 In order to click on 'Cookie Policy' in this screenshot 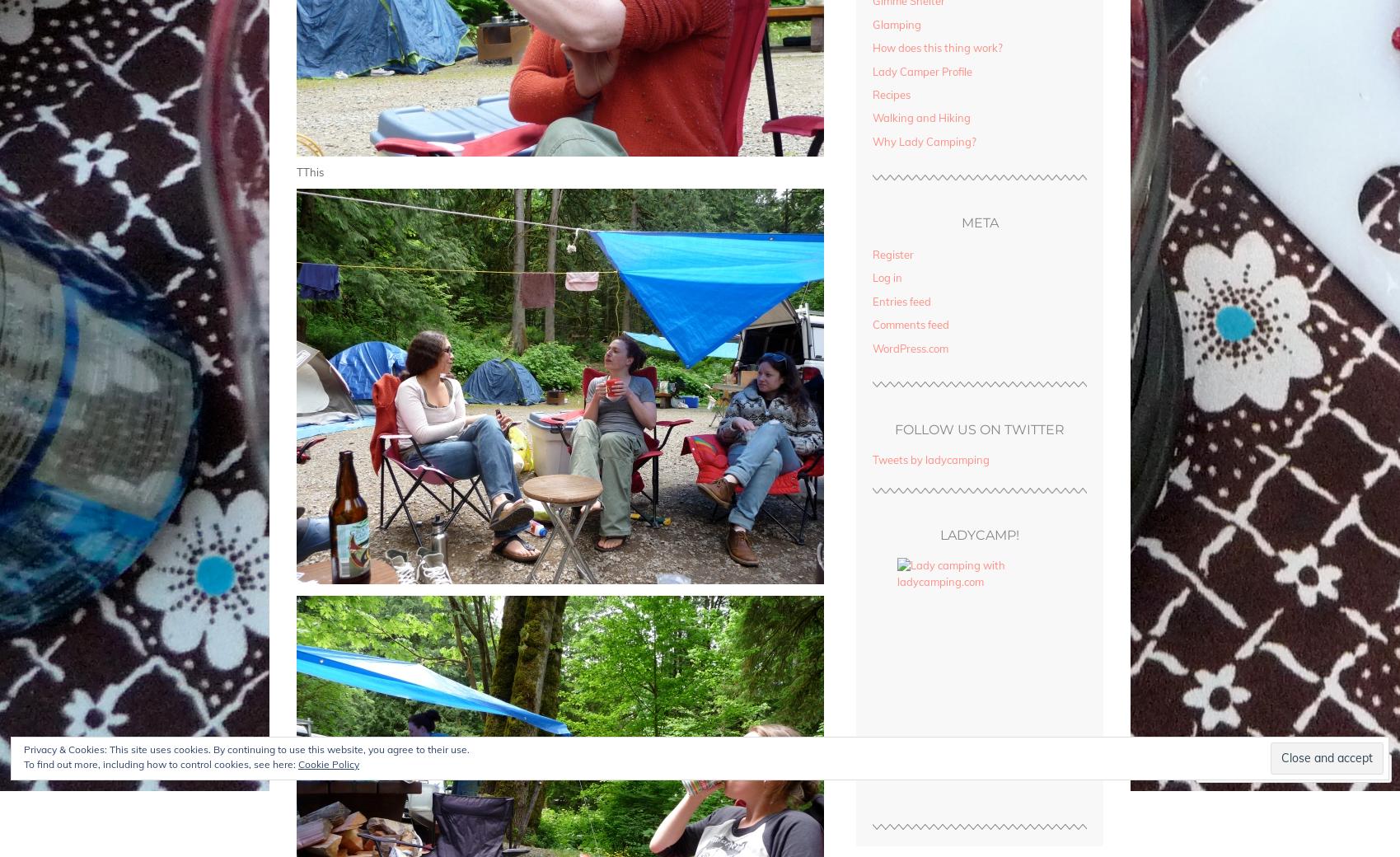, I will do `click(297, 764)`.